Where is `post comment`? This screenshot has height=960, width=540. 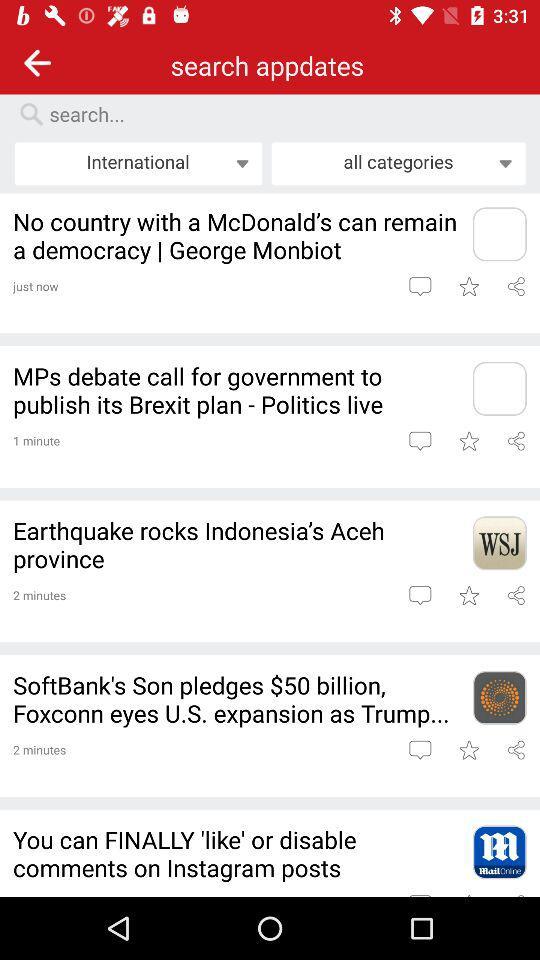 post comment is located at coordinates (419, 441).